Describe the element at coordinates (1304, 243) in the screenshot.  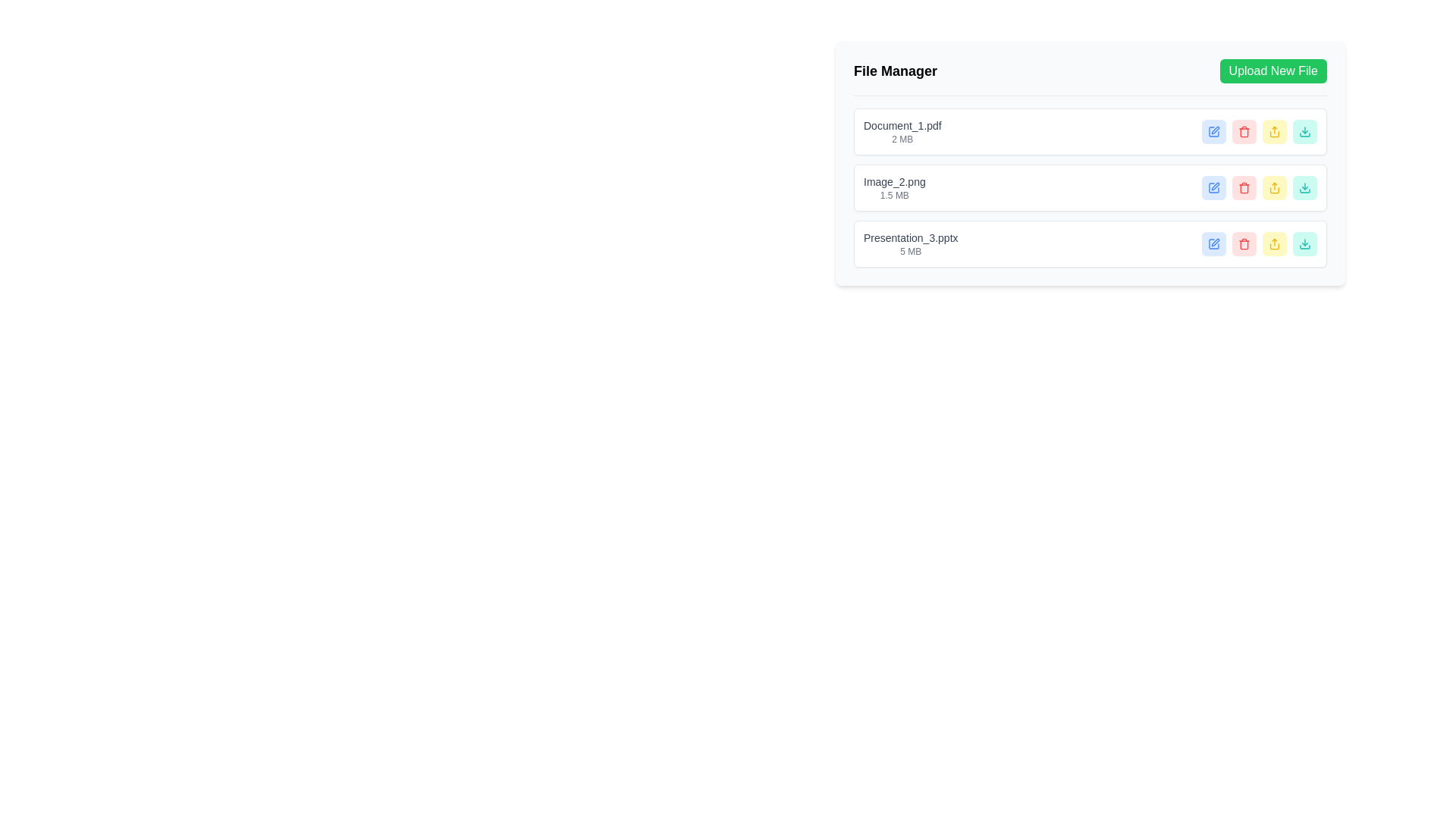
I see `the teal download SVG icon located inside the rightmost button of the last row in the file manager table to initiate the file download` at that location.